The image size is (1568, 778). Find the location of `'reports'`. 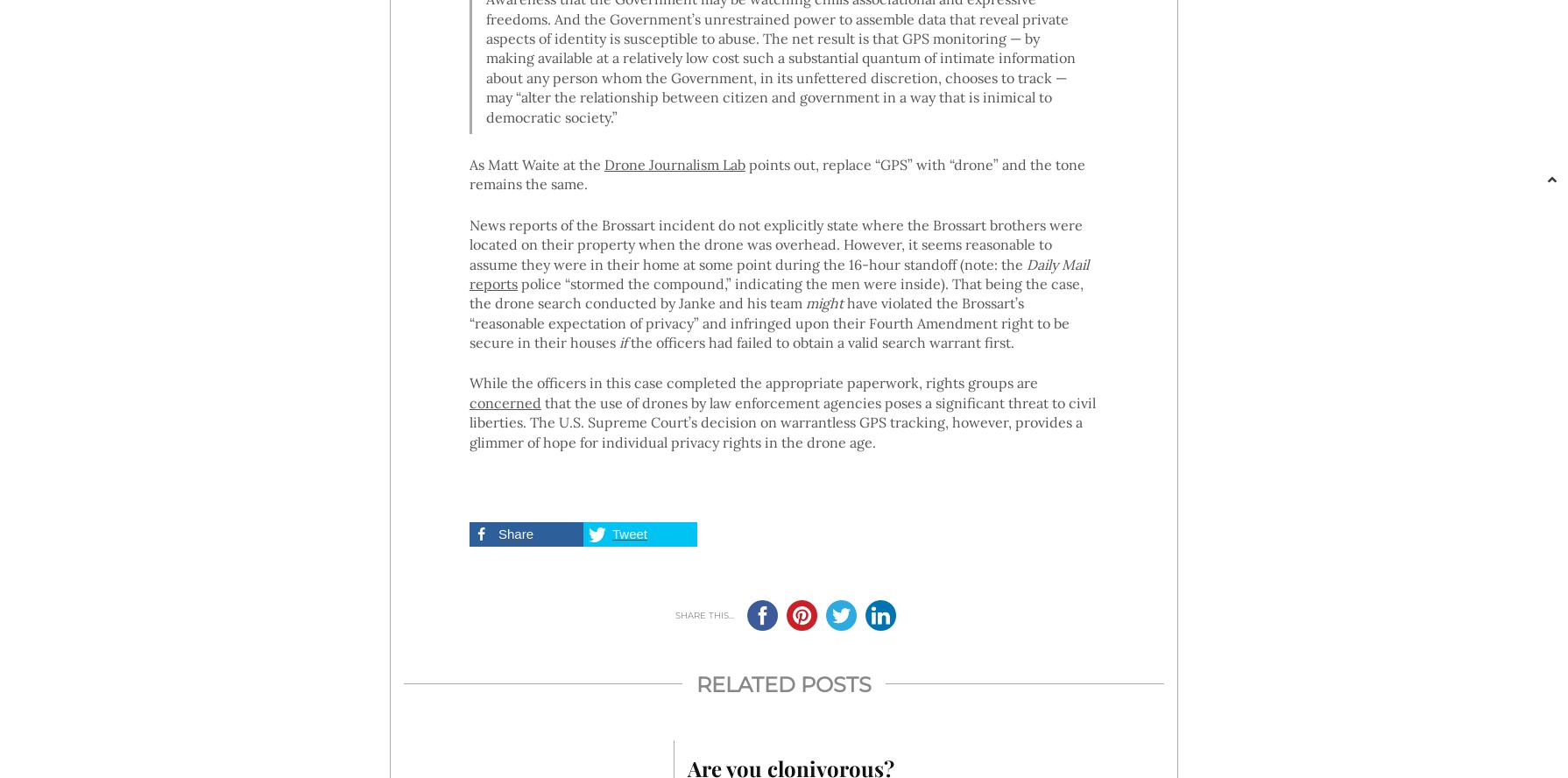

'reports' is located at coordinates (491, 281).